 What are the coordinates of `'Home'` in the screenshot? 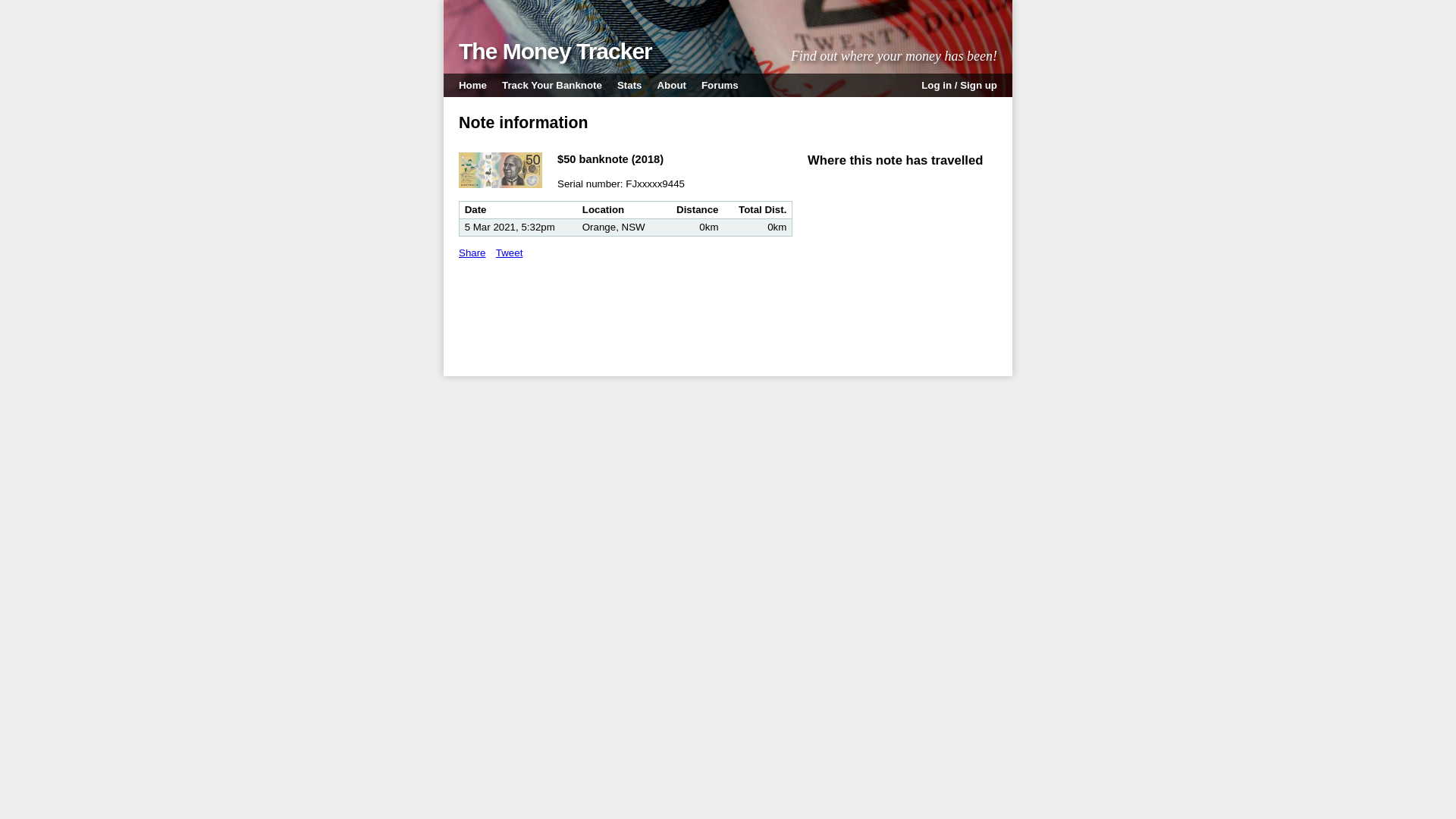 It's located at (472, 85).